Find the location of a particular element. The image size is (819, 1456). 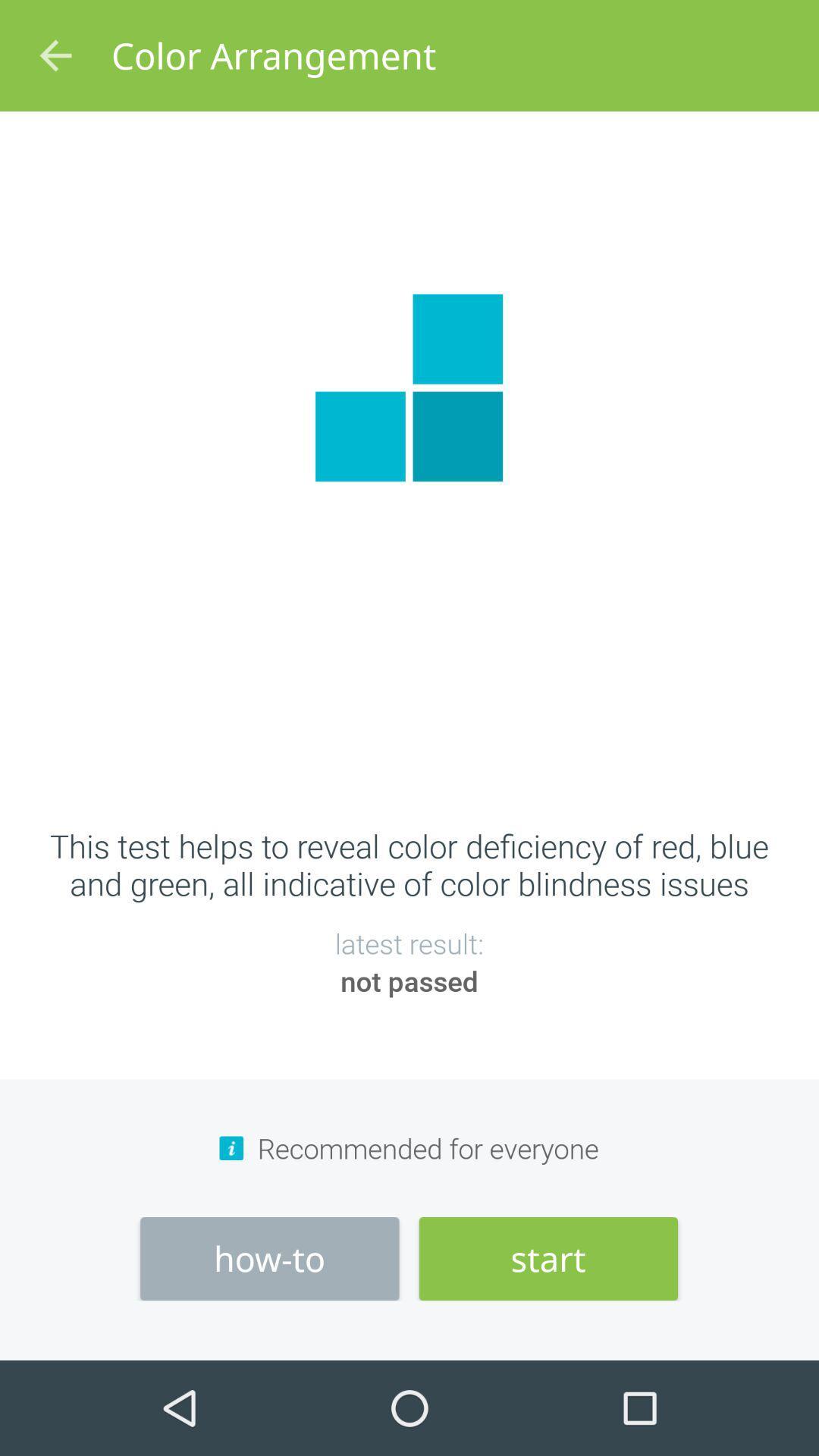

the how-to is located at coordinates (268, 1259).